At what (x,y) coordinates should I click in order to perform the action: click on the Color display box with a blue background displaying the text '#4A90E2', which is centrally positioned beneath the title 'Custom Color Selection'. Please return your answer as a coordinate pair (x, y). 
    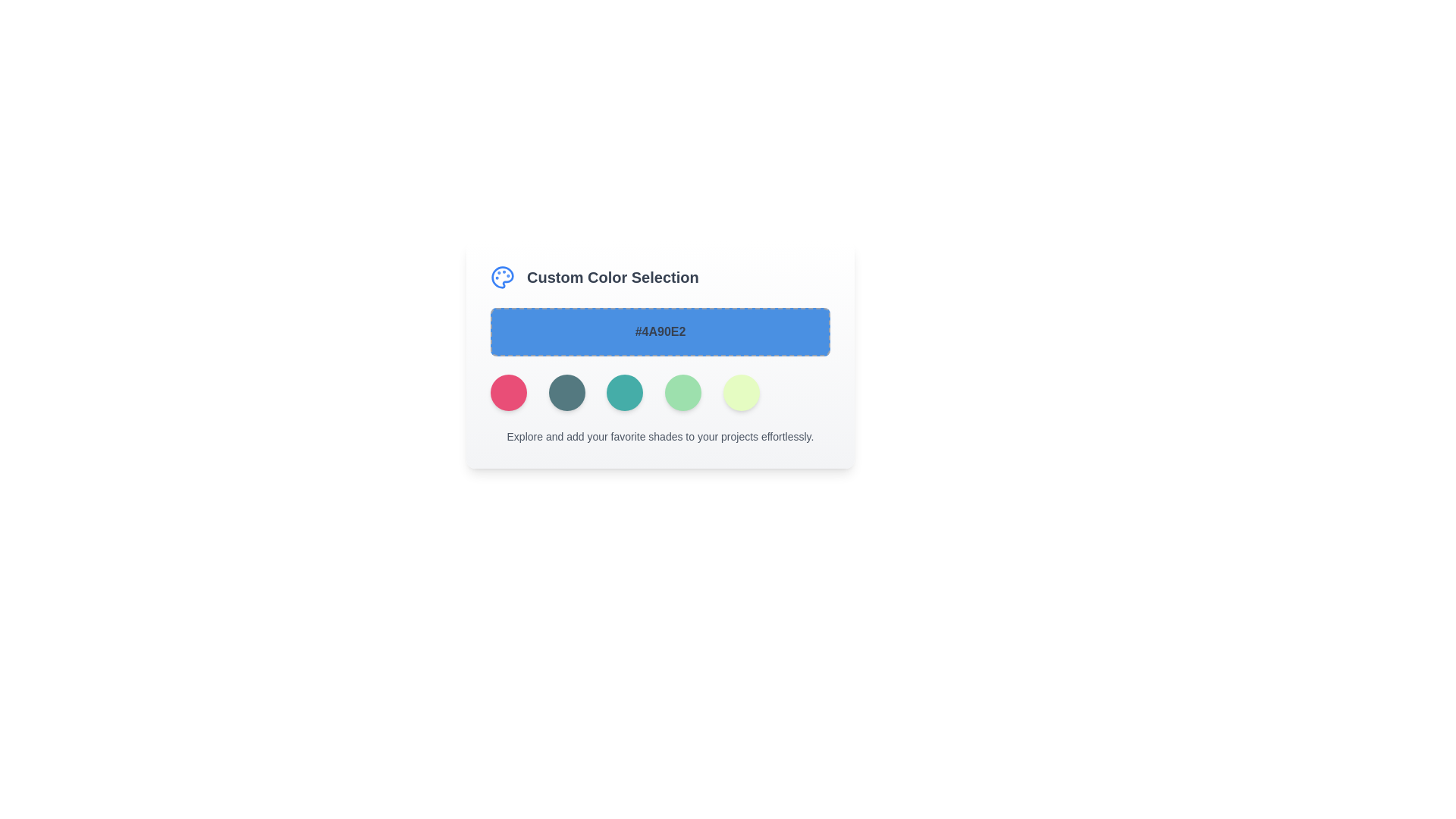
    Looking at the image, I should click on (660, 331).